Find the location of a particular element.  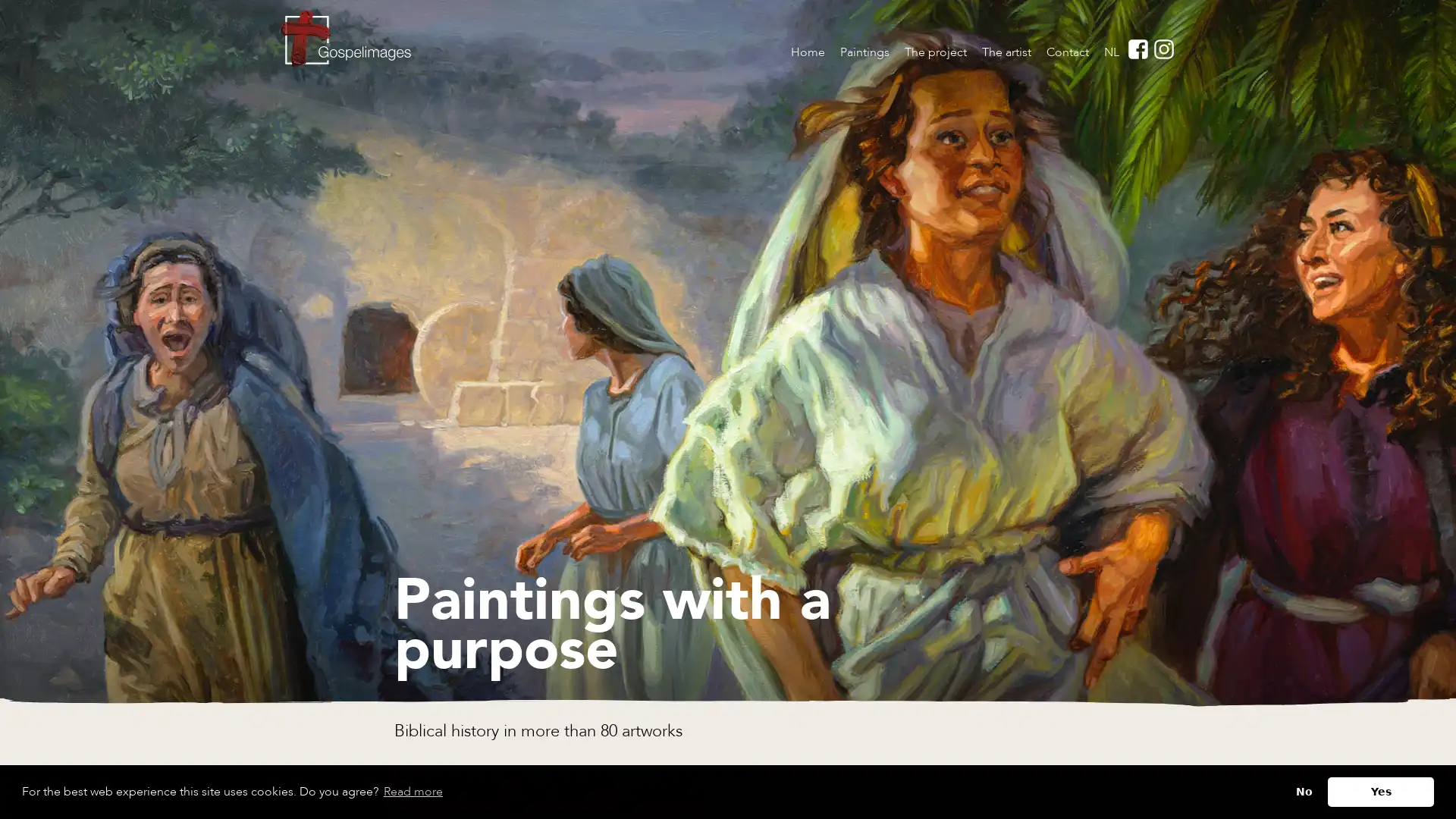

learn more about cookies is located at coordinates (413, 791).